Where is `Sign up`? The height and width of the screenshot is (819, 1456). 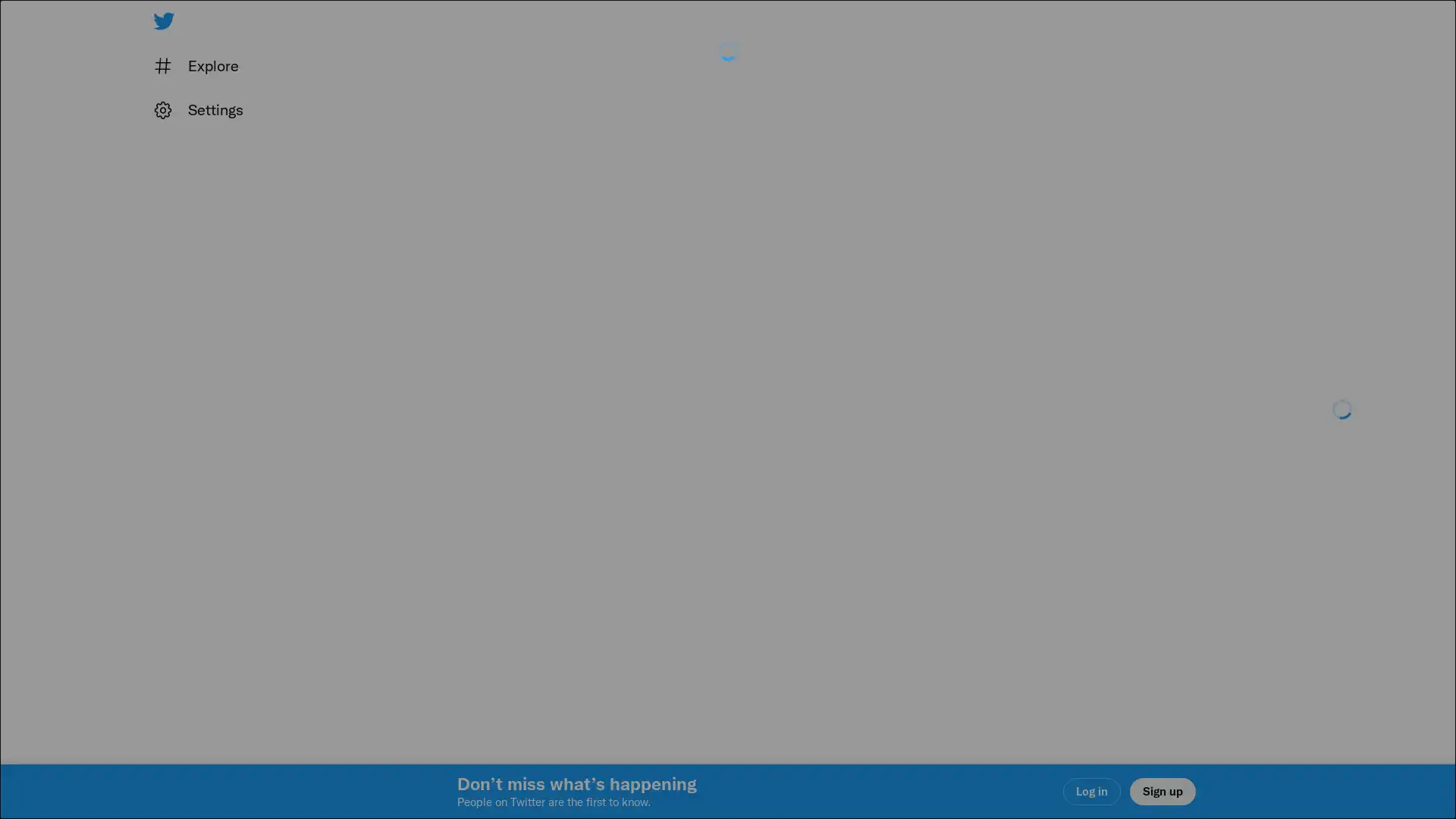
Sign up is located at coordinates (548, 516).